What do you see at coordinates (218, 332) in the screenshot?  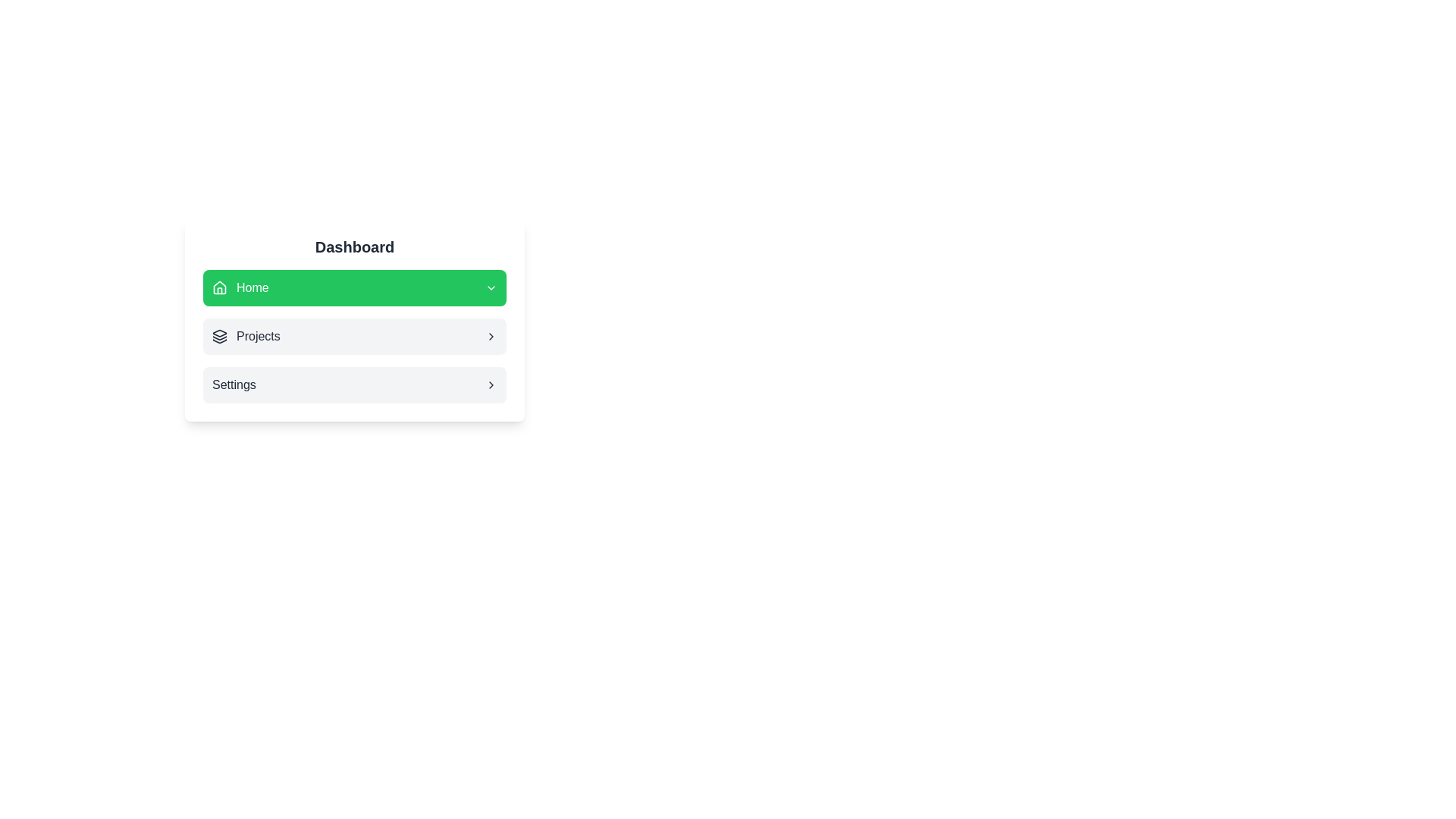 I see `the decorative icon representing layers within the SVG graphic on the Dashboard UI` at bounding box center [218, 332].